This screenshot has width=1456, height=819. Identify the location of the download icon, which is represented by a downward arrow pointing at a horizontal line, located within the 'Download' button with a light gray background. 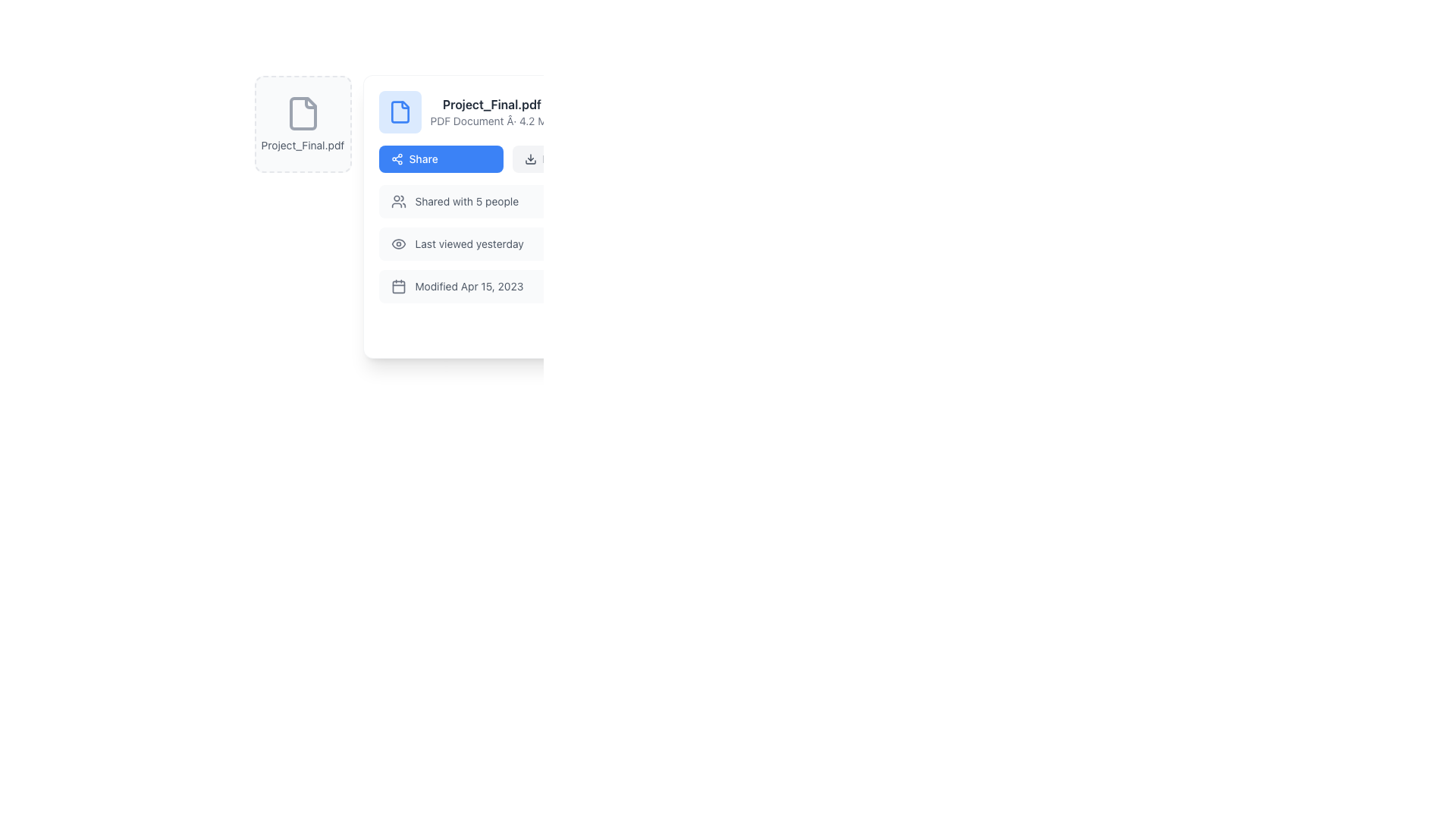
(530, 158).